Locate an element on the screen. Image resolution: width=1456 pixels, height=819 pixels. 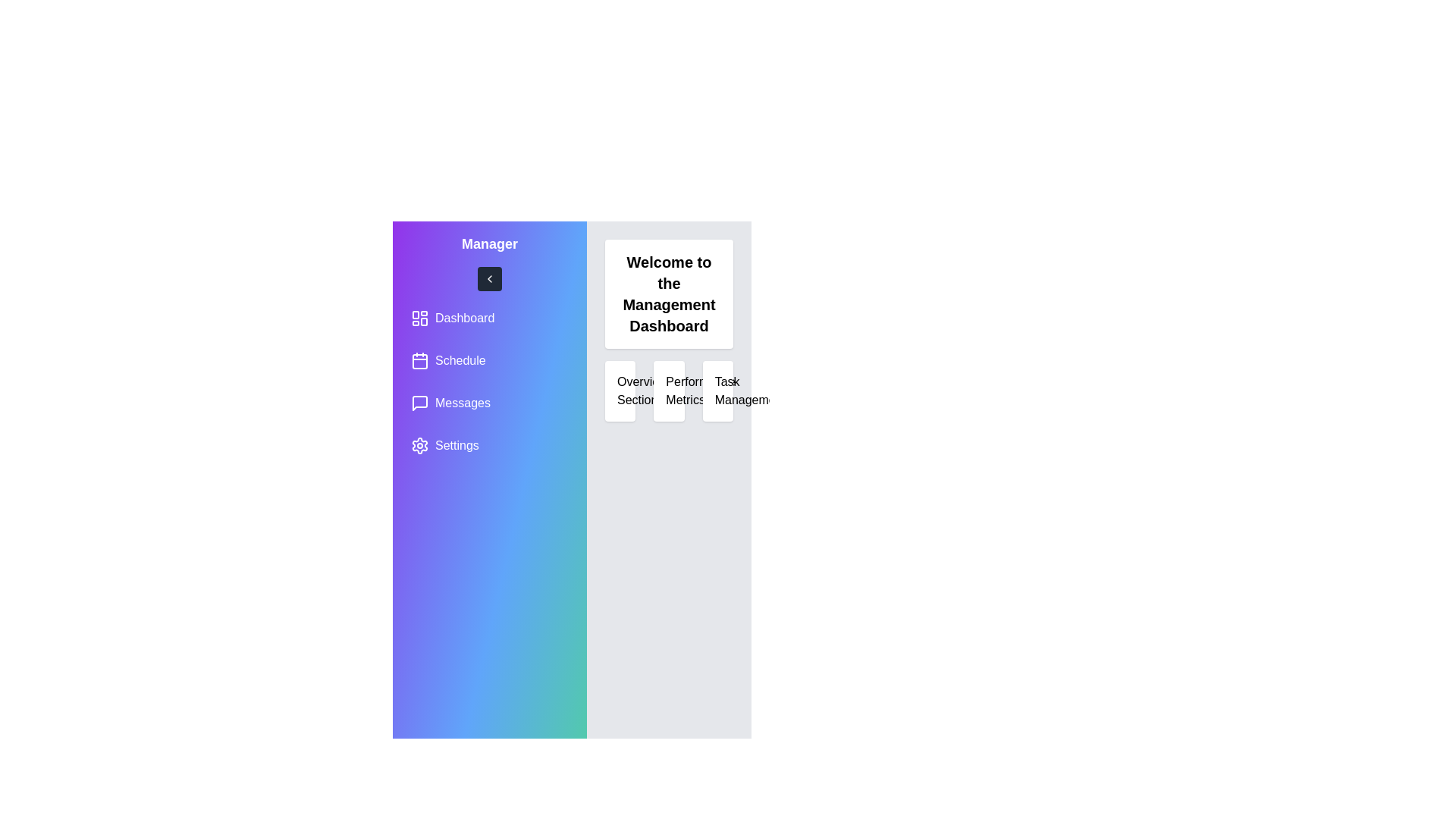
the Dashboard icon located in the left sidebar, which is the sole graphic in the button labeled 'Dashboard' is located at coordinates (419, 318).